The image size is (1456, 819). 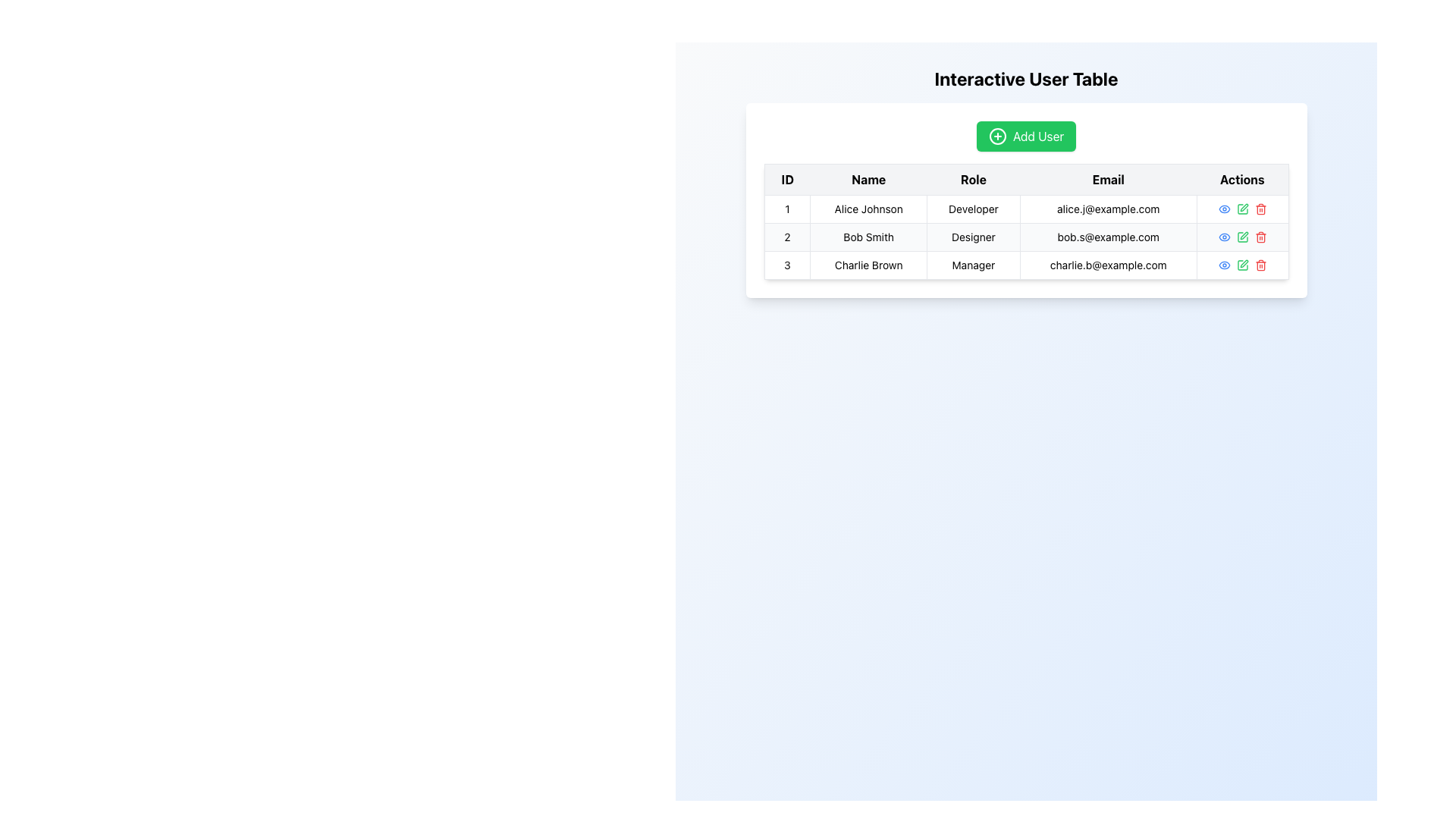 I want to click on the Icon button in the 'Actions' column of the second row for user 'Bob Smith', so click(x=1224, y=209).